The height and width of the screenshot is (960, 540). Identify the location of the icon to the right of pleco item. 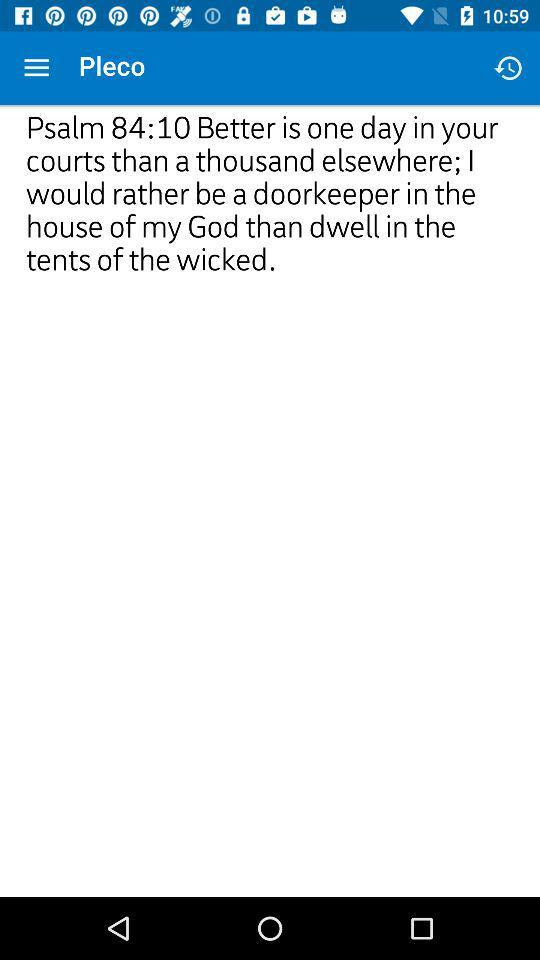
(508, 68).